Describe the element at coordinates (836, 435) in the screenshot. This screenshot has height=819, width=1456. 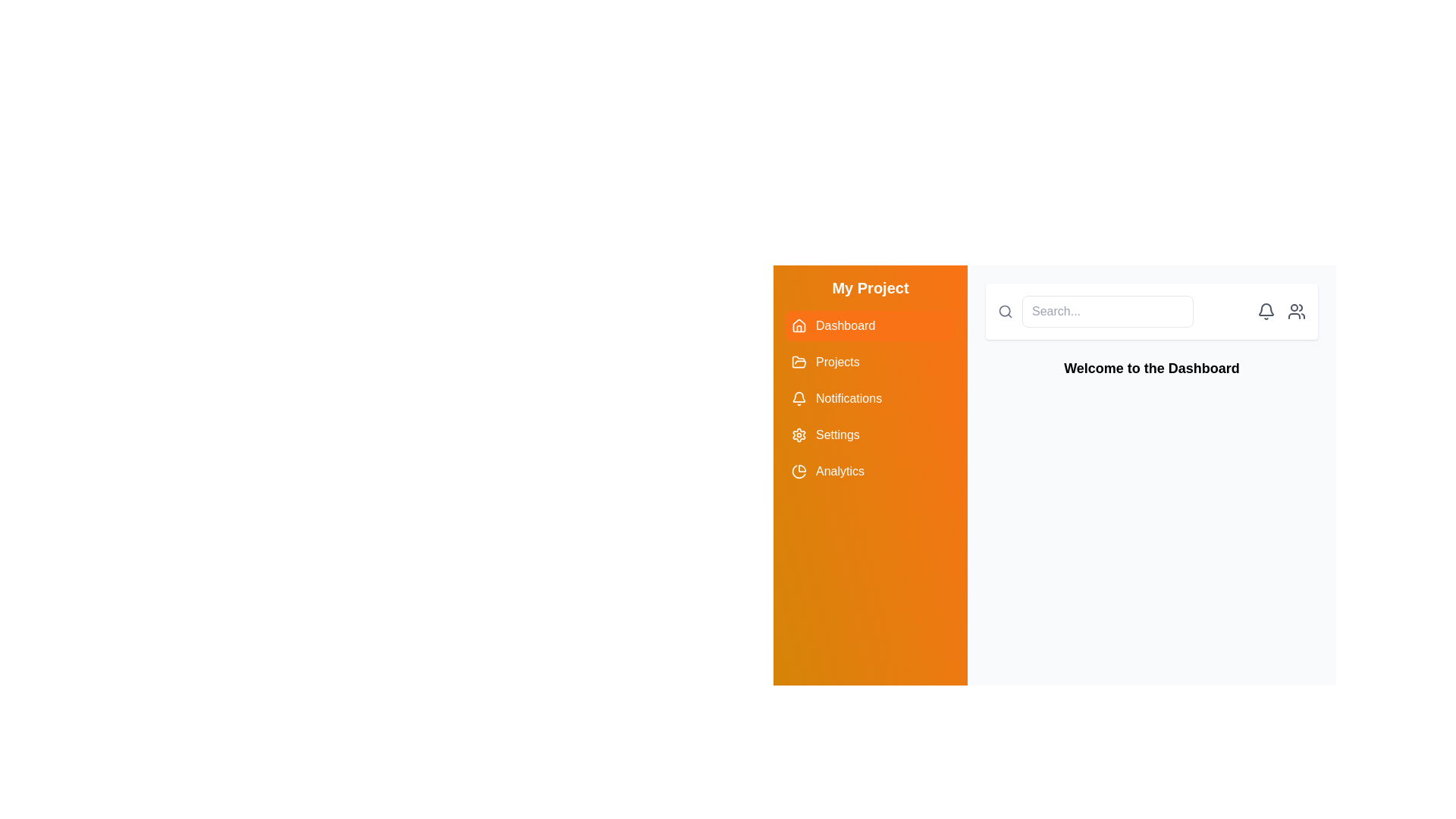
I see `the 'Settings' text label located in the sidebar menu, which is displayed in white on an orange rectangular background, positioned beneath 'Notifications' and above 'Analytics'` at that location.